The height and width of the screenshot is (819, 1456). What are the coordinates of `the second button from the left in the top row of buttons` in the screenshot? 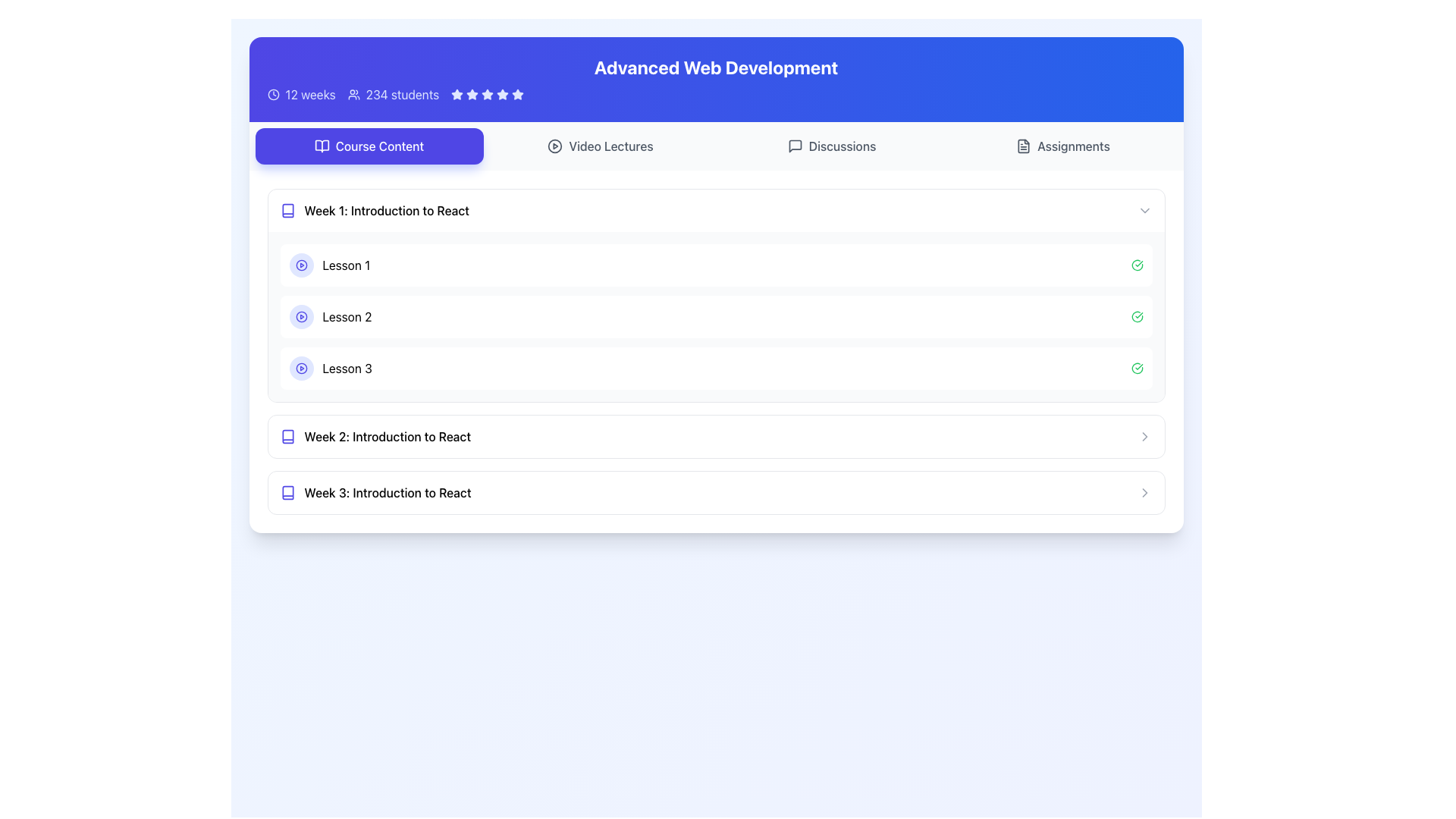 It's located at (600, 146).